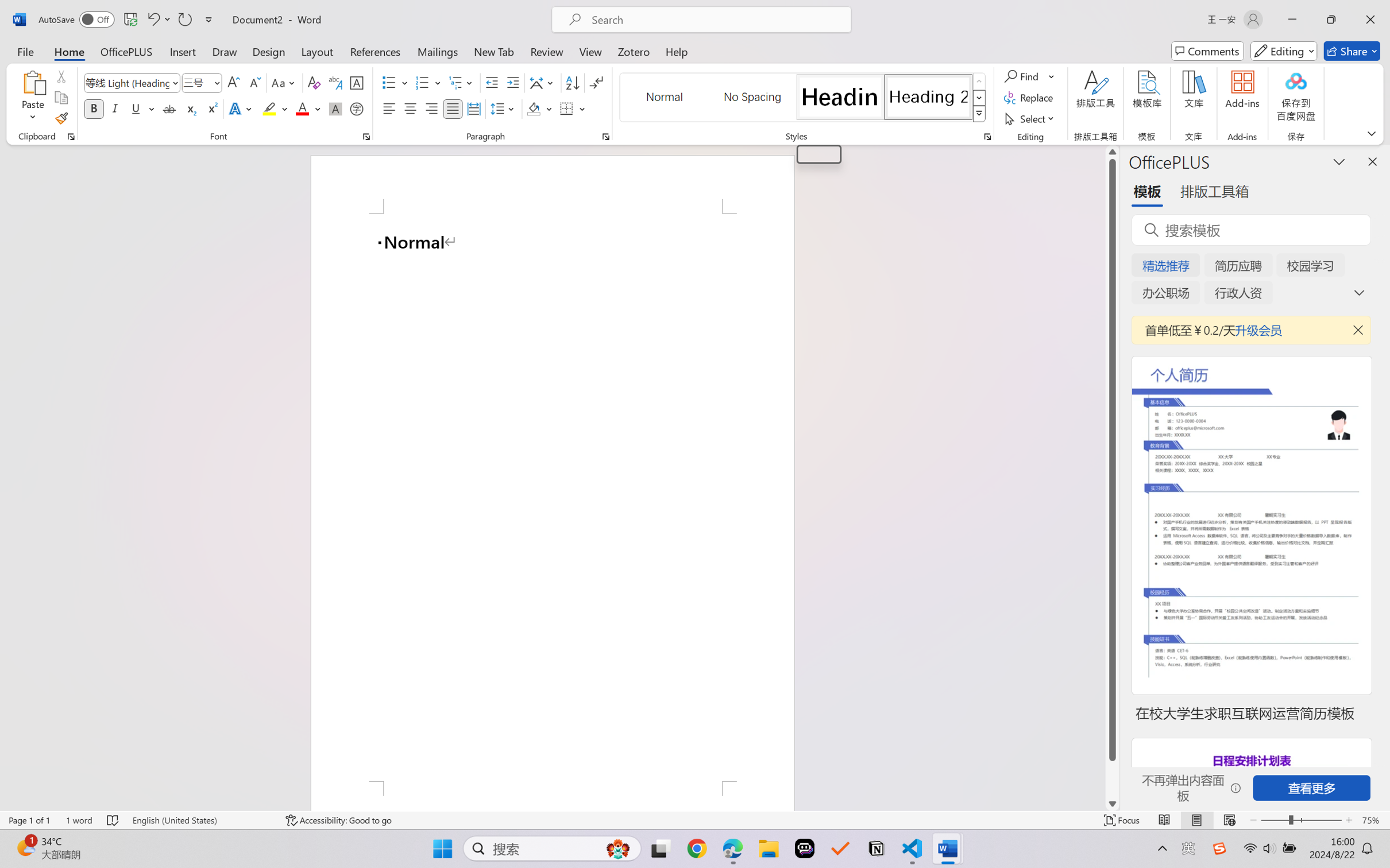 This screenshot has width=1390, height=868. What do you see at coordinates (1284, 51) in the screenshot?
I see `'Mode'` at bounding box center [1284, 51].